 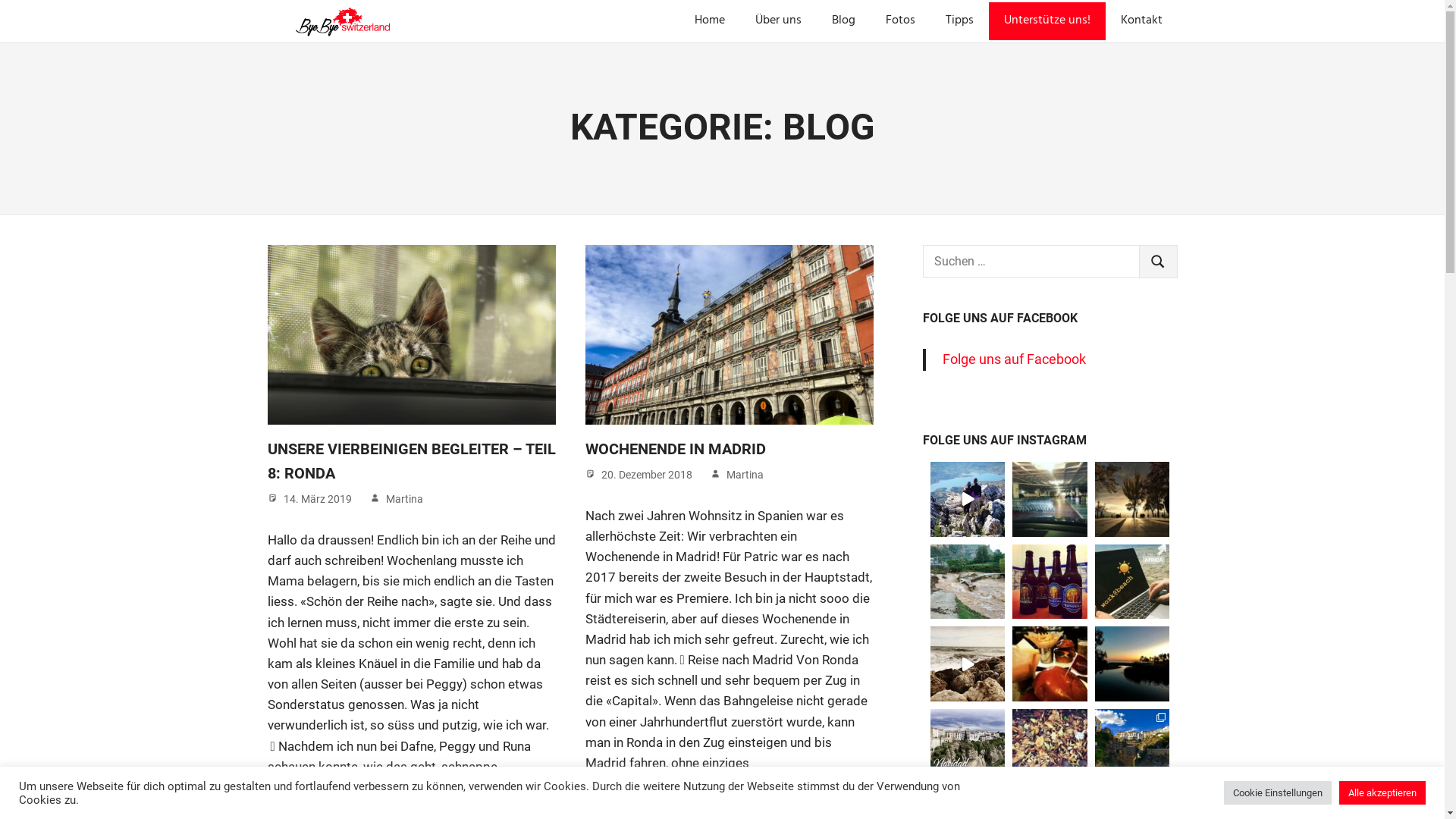 I want to click on 'Blog', so click(x=842, y=20).